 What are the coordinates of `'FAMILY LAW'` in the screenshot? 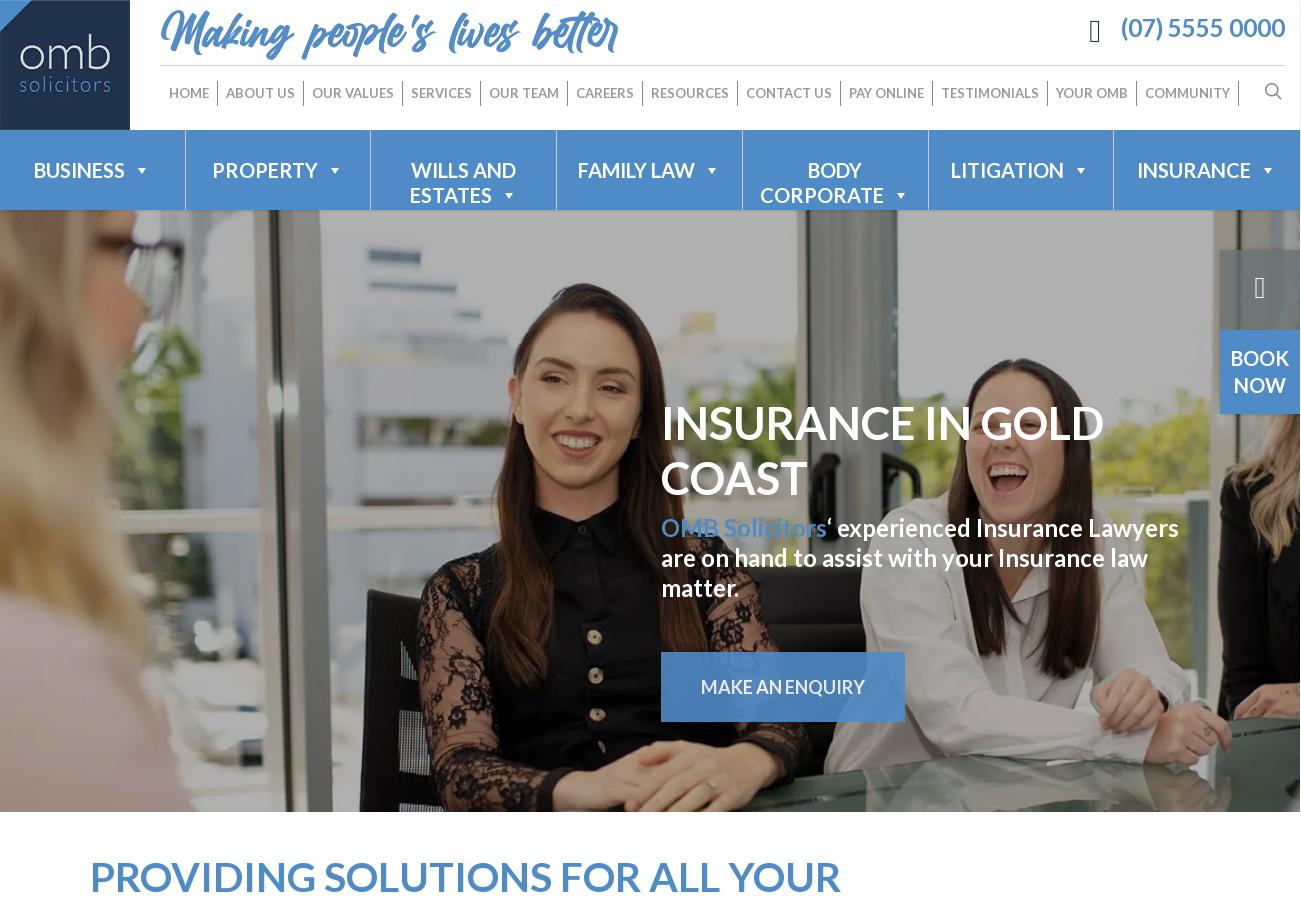 It's located at (634, 168).